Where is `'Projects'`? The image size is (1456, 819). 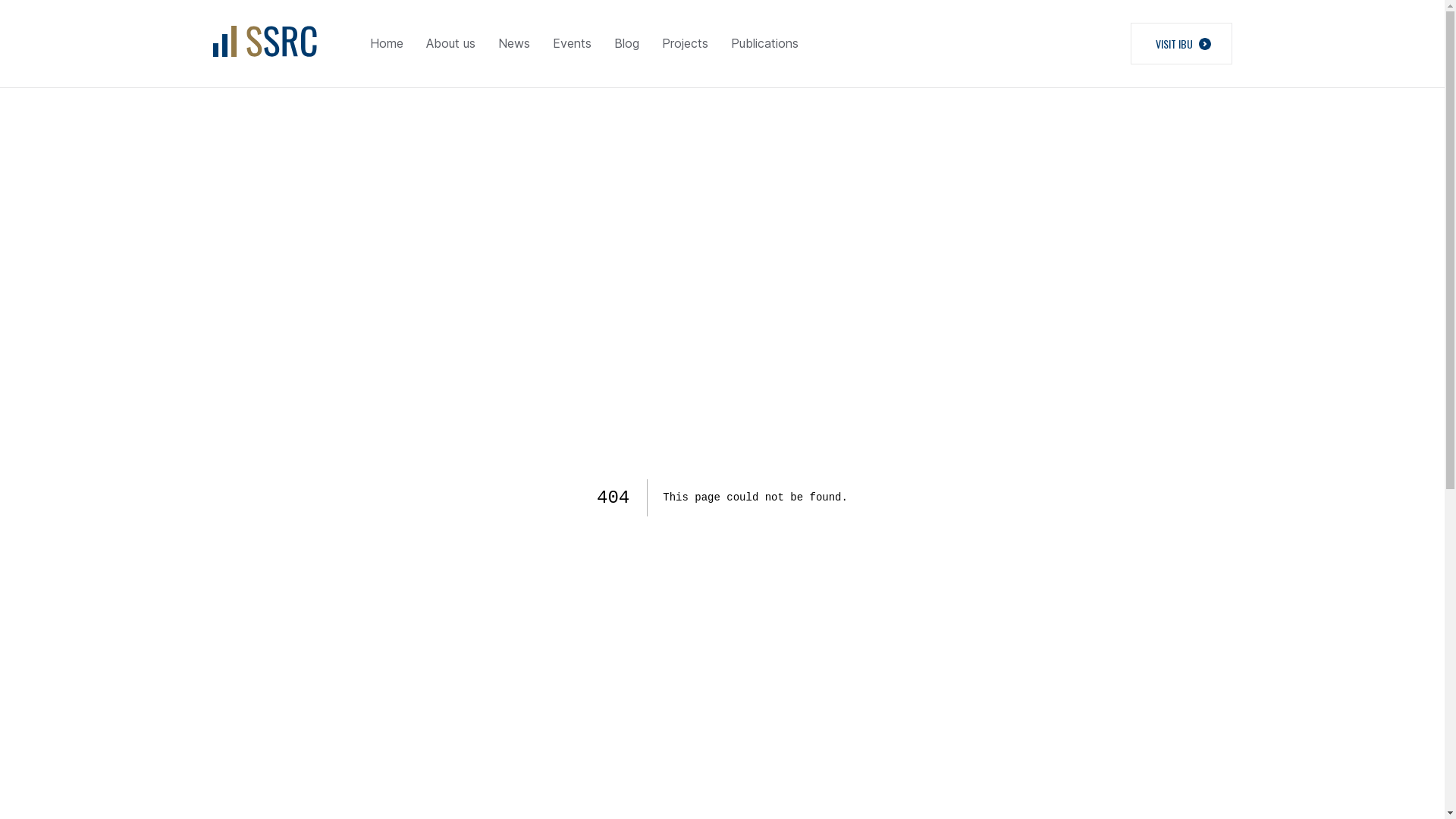 'Projects' is located at coordinates (683, 42).